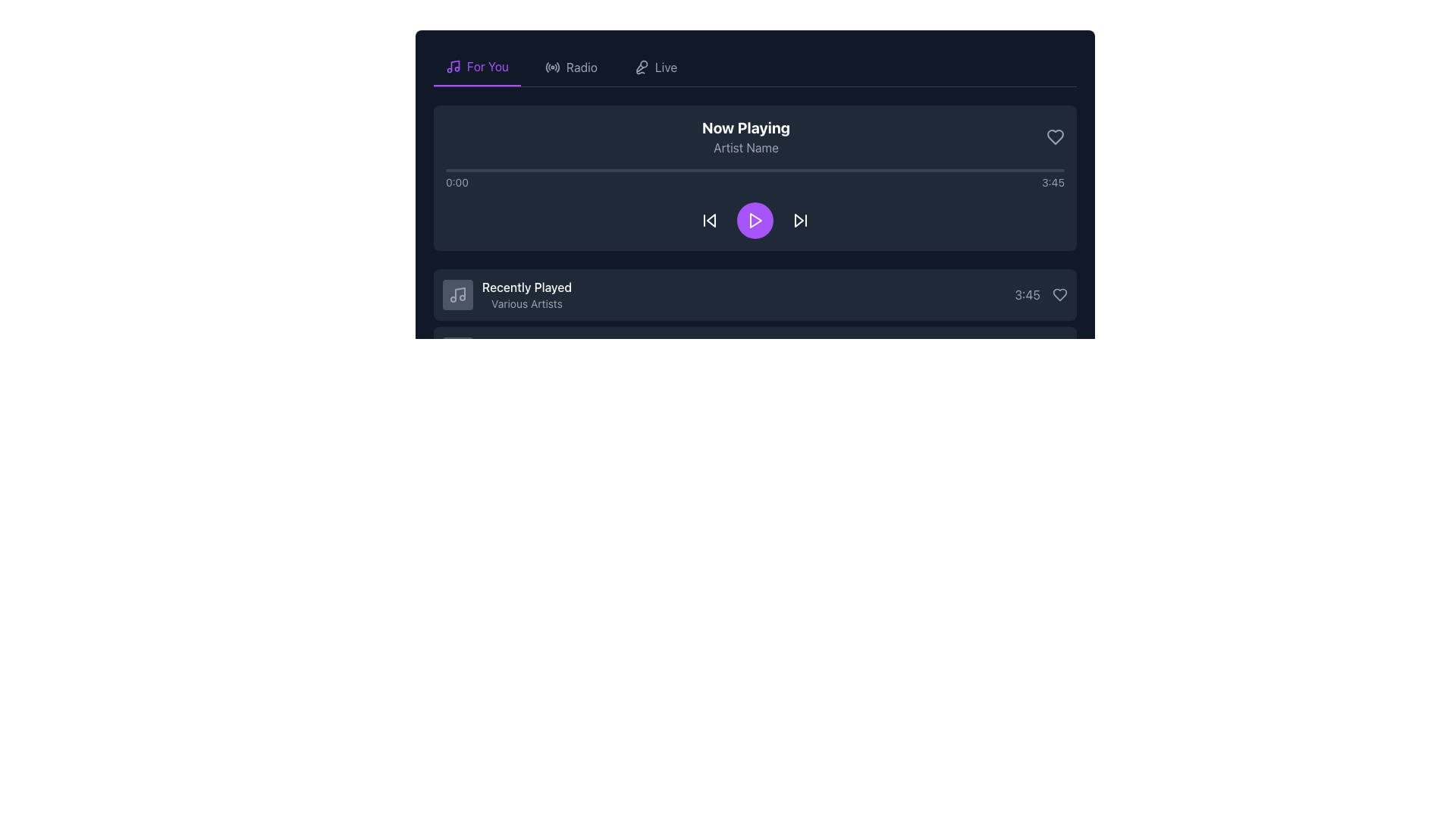 Image resolution: width=1456 pixels, height=819 pixels. What do you see at coordinates (745, 148) in the screenshot?
I see `the static text label element displaying 'Artist Name', which is located directly below the 'Now Playing' text in a gray color` at bounding box center [745, 148].